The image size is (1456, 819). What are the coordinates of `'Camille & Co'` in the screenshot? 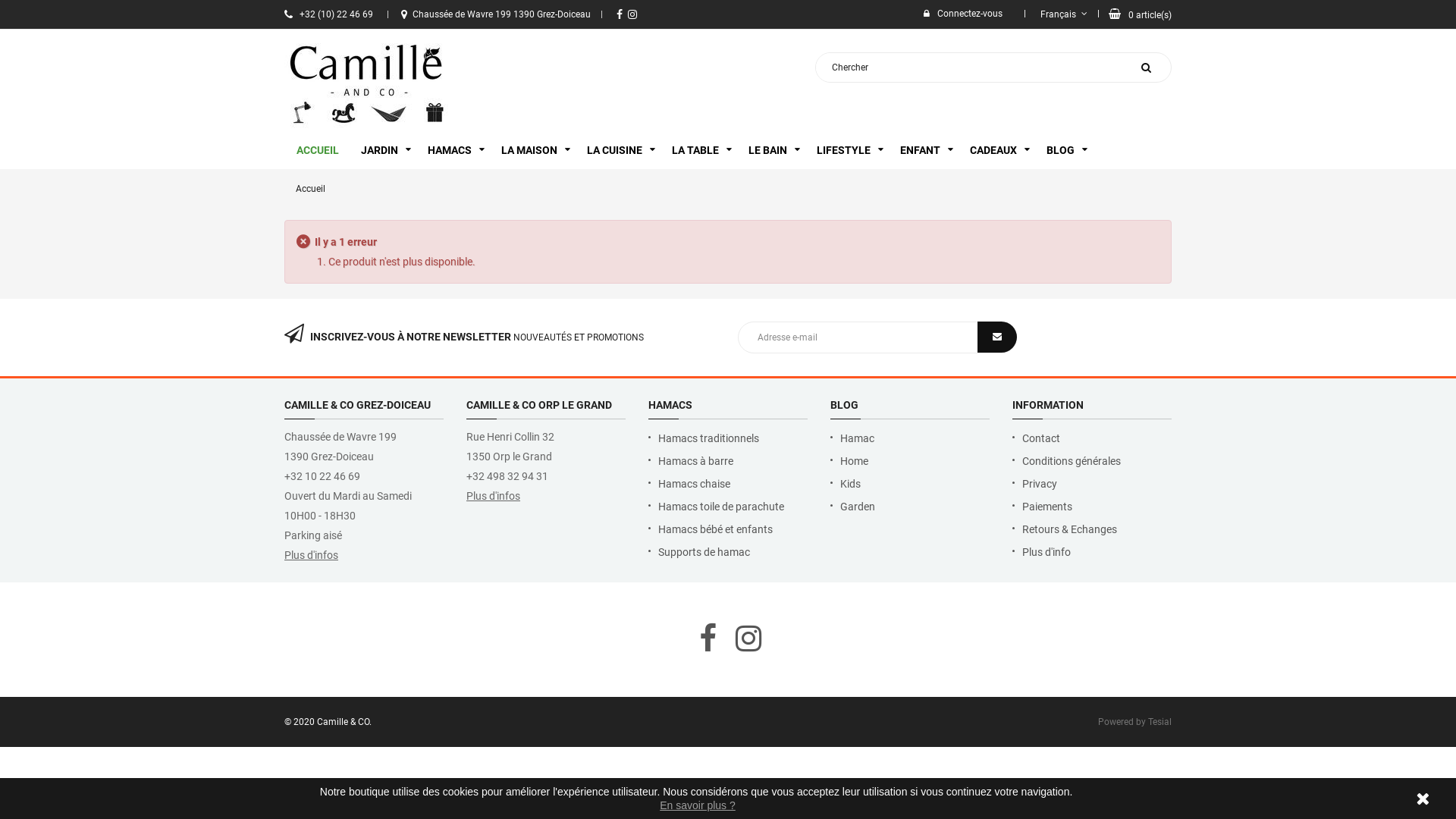 It's located at (367, 82).